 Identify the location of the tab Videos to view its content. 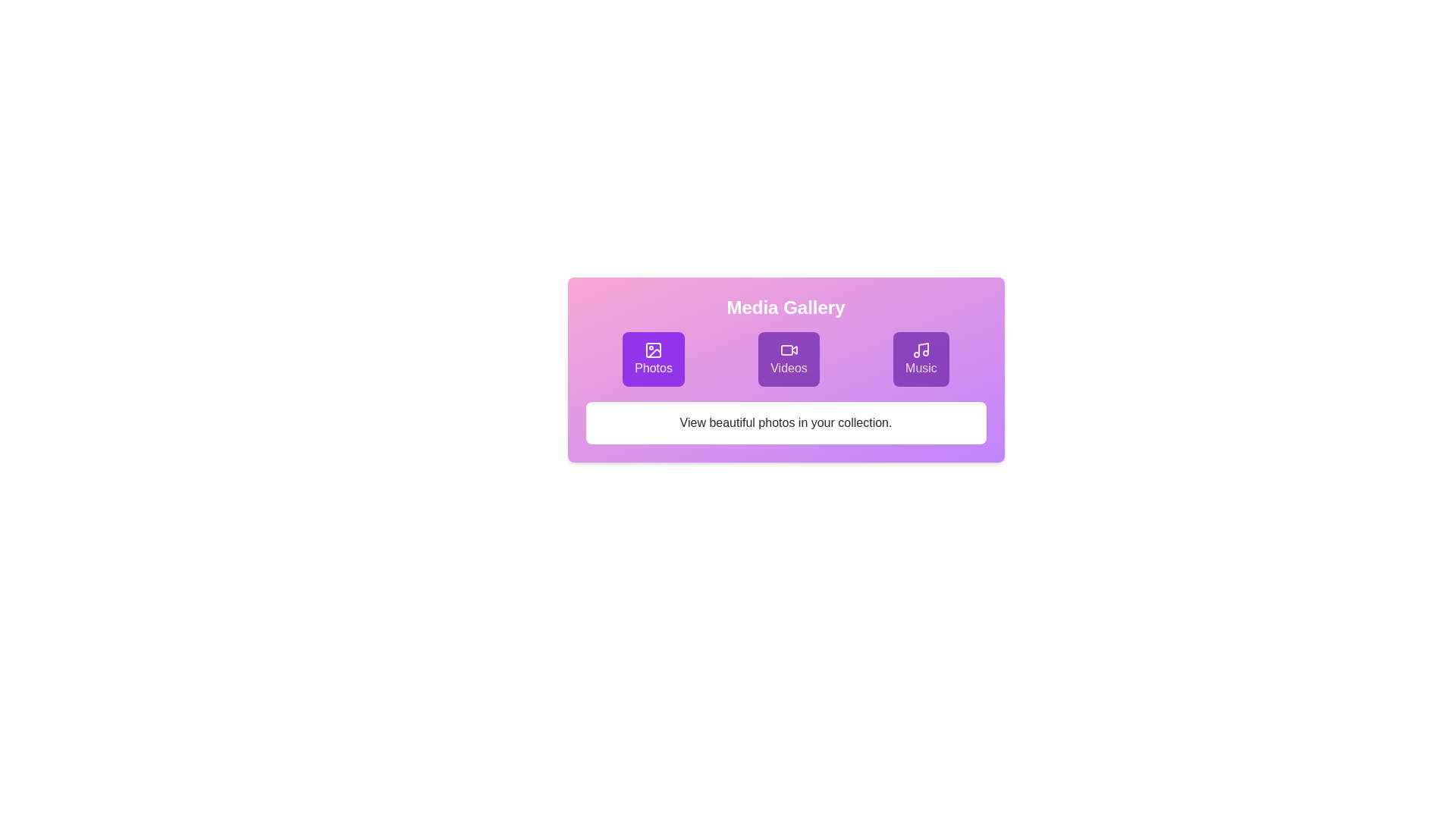
(789, 359).